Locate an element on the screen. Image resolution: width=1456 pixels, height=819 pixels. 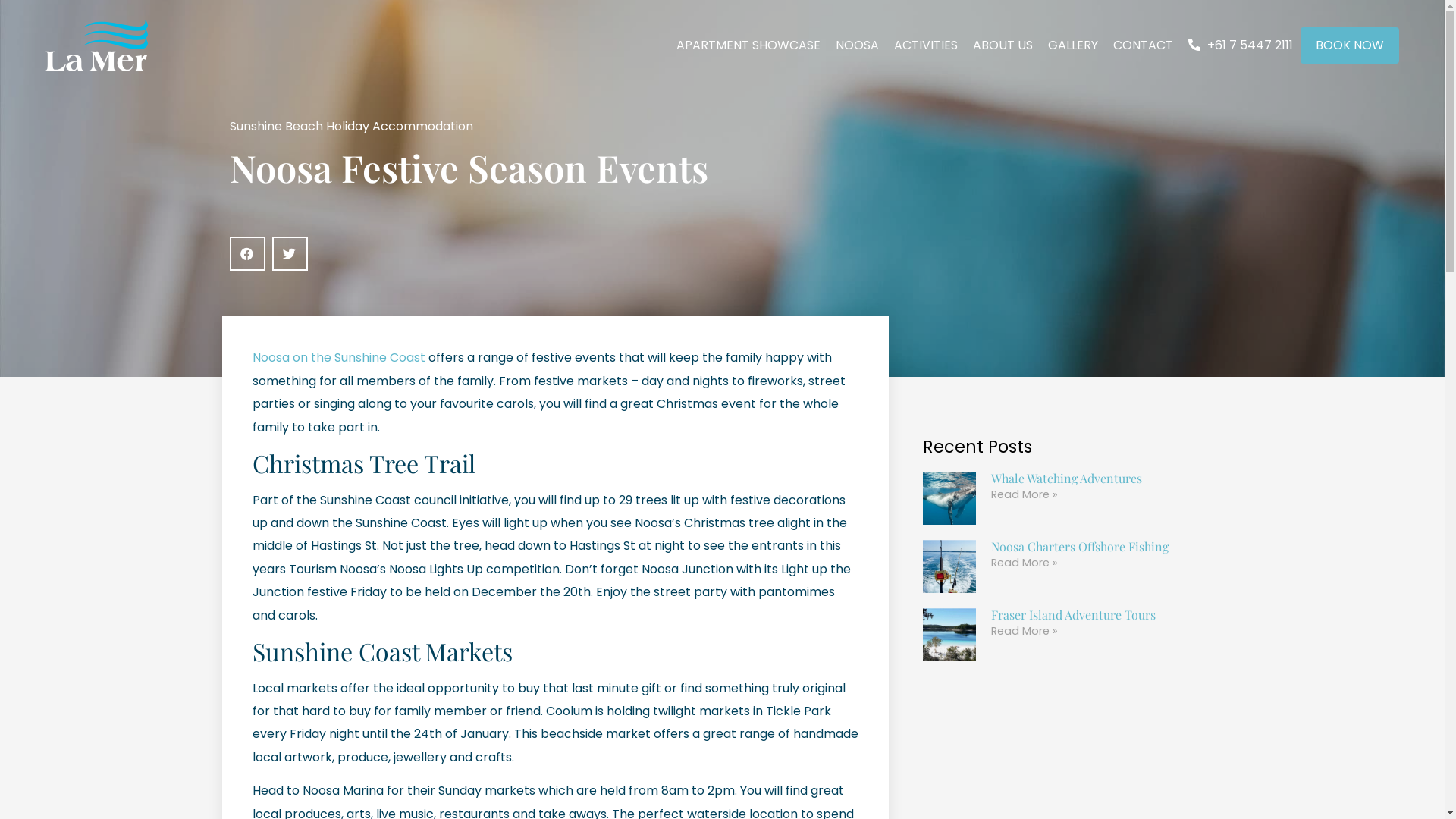
'CONTACT' is located at coordinates (1143, 45).